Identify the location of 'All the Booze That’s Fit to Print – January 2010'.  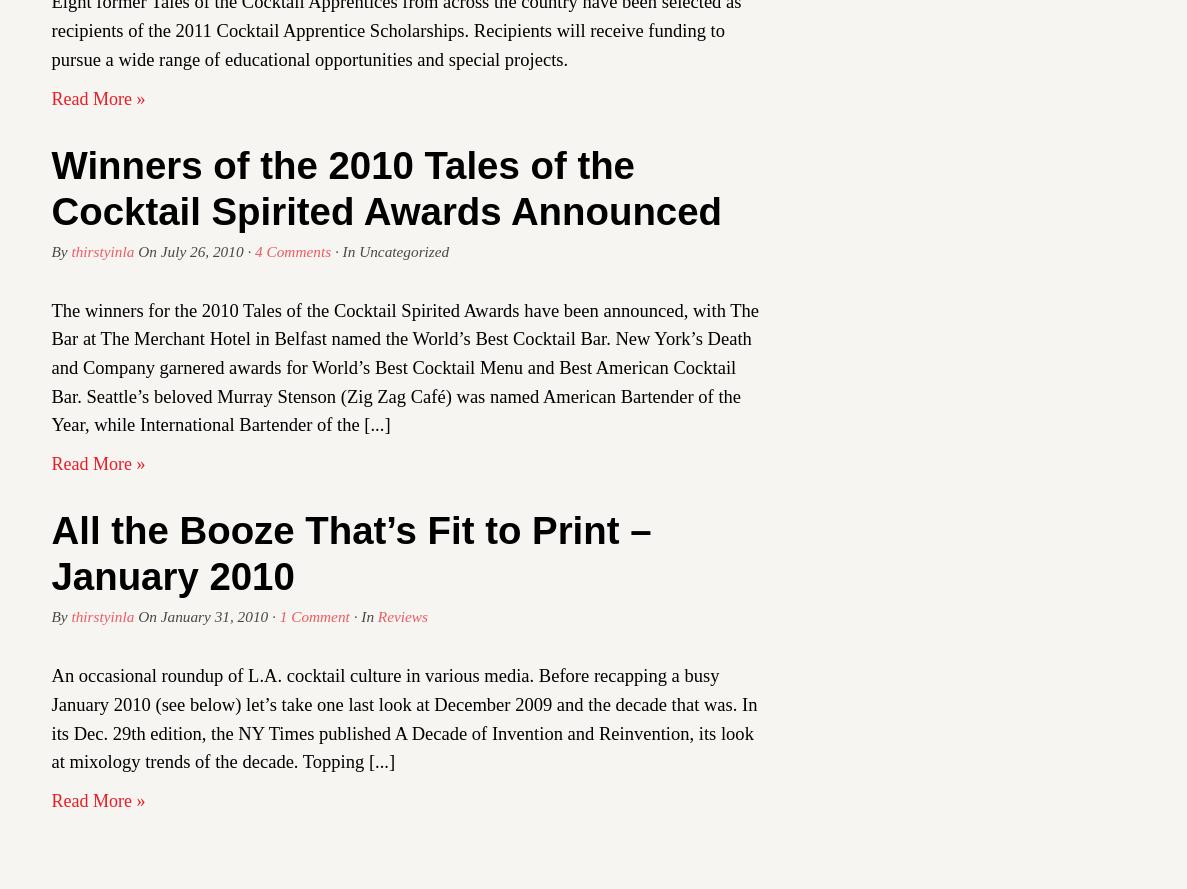
(349, 553).